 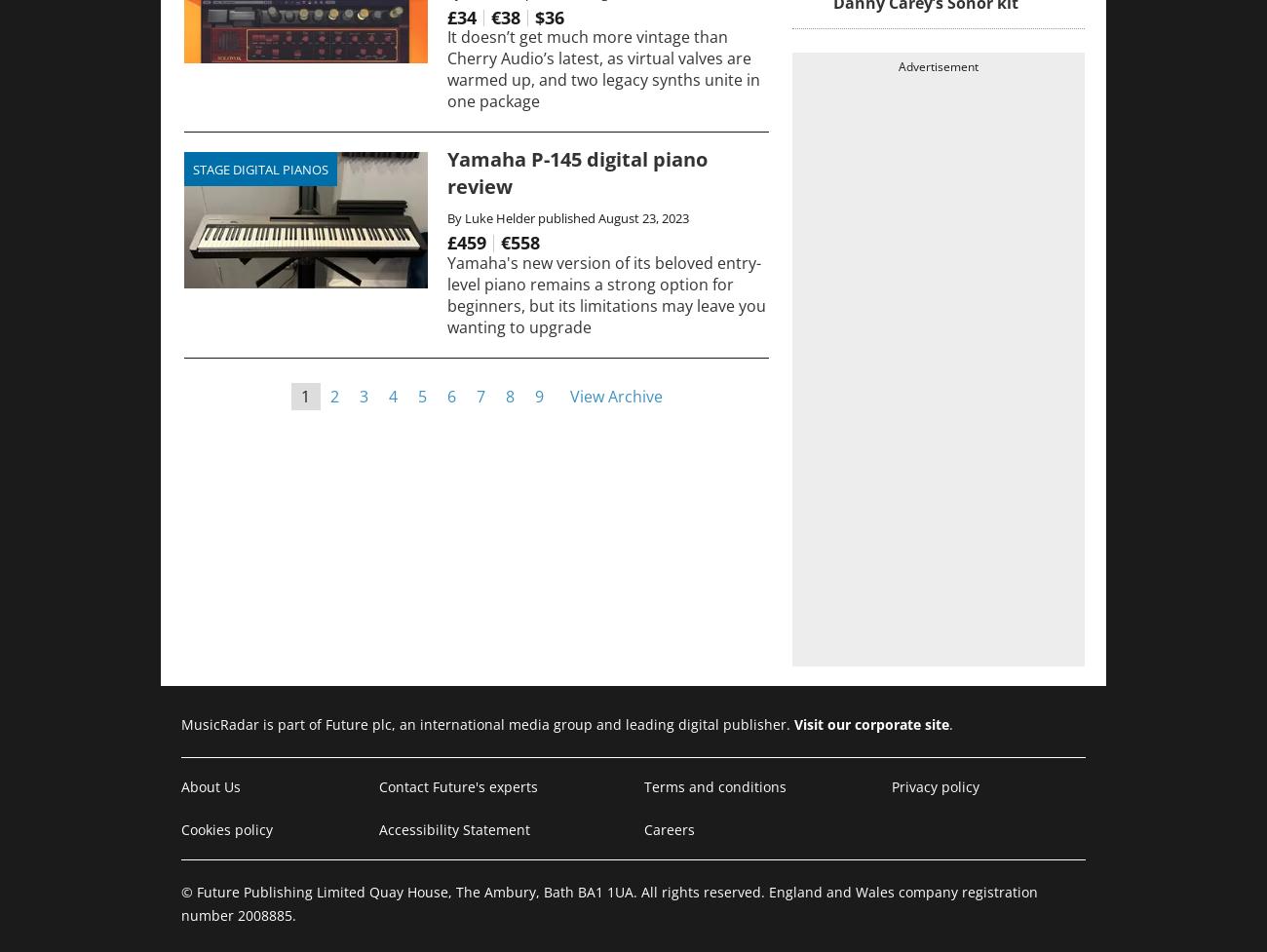 What do you see at coordinates (615, 396) in the screenshot?
I see `'View Archive'` at bounding box center [615, 396].